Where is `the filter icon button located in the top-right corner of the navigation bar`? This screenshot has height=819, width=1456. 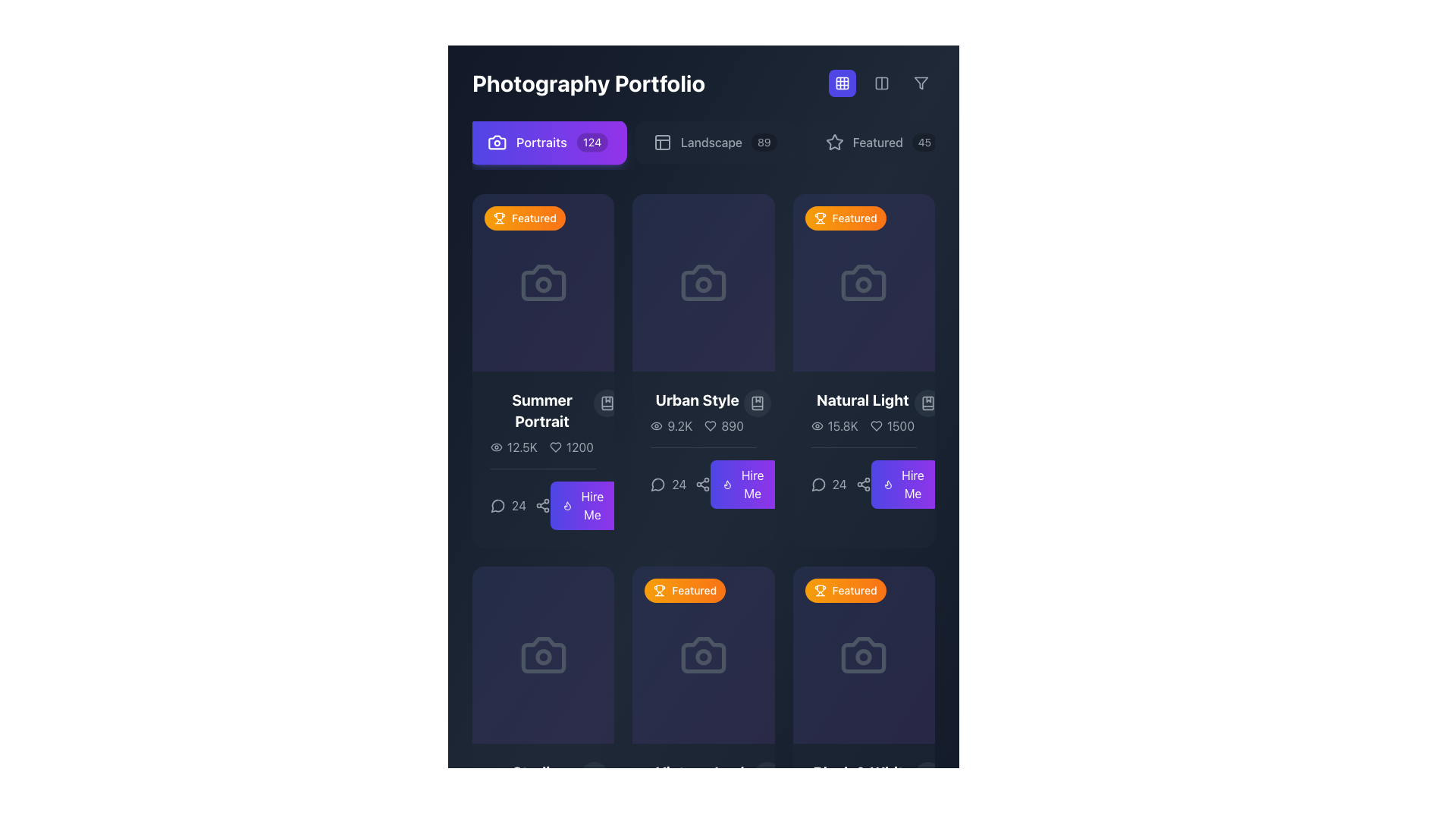 the filter icon button located in the top-right corner of the navigation bar is located at coordinates (920, 83).